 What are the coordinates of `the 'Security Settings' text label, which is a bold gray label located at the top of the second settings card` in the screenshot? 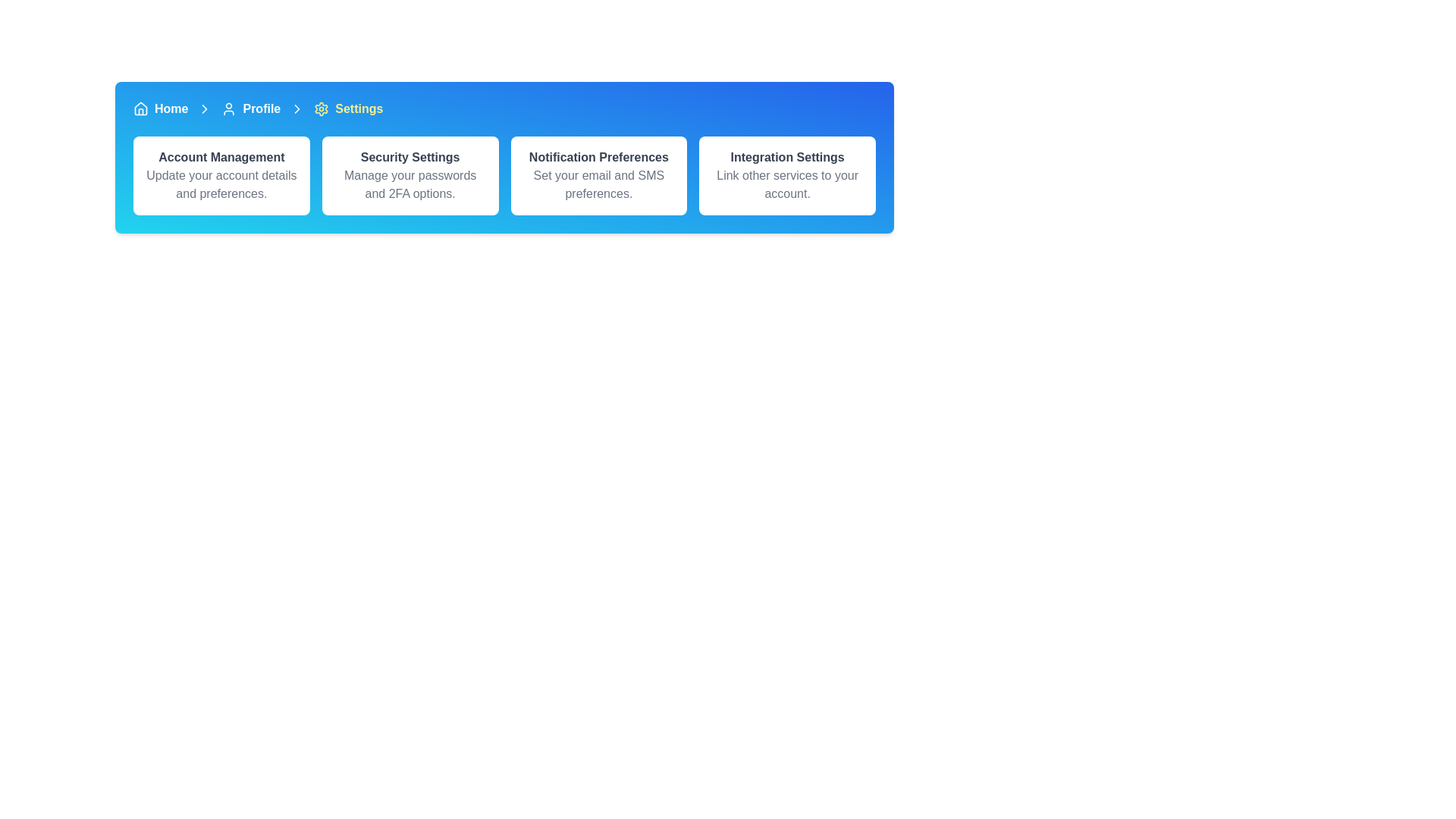 It's located at (410, 158).